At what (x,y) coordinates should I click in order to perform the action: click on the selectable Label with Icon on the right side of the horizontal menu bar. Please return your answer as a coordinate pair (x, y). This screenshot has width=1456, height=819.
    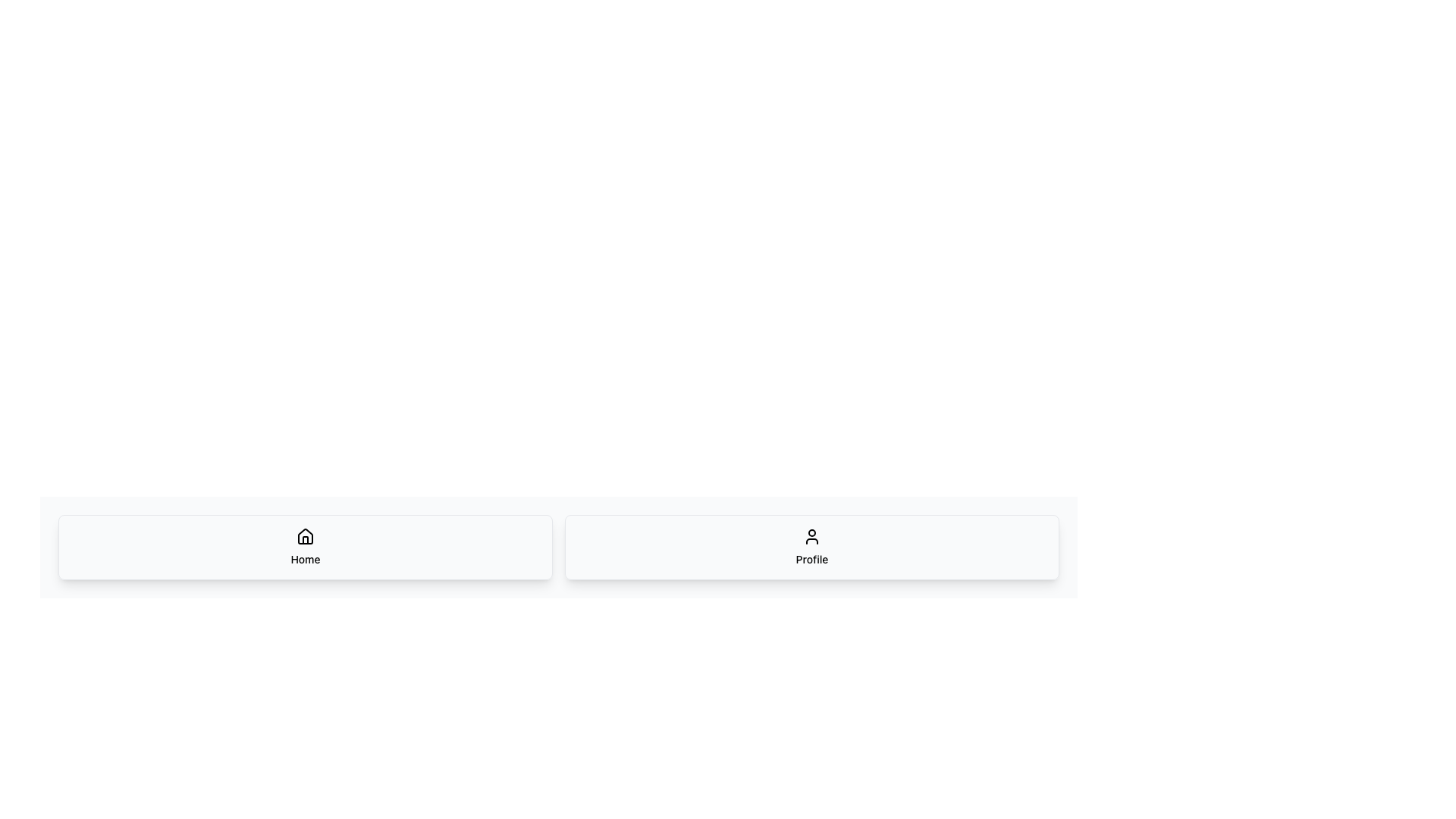
    Looking at the image, I should click on (811, 547).